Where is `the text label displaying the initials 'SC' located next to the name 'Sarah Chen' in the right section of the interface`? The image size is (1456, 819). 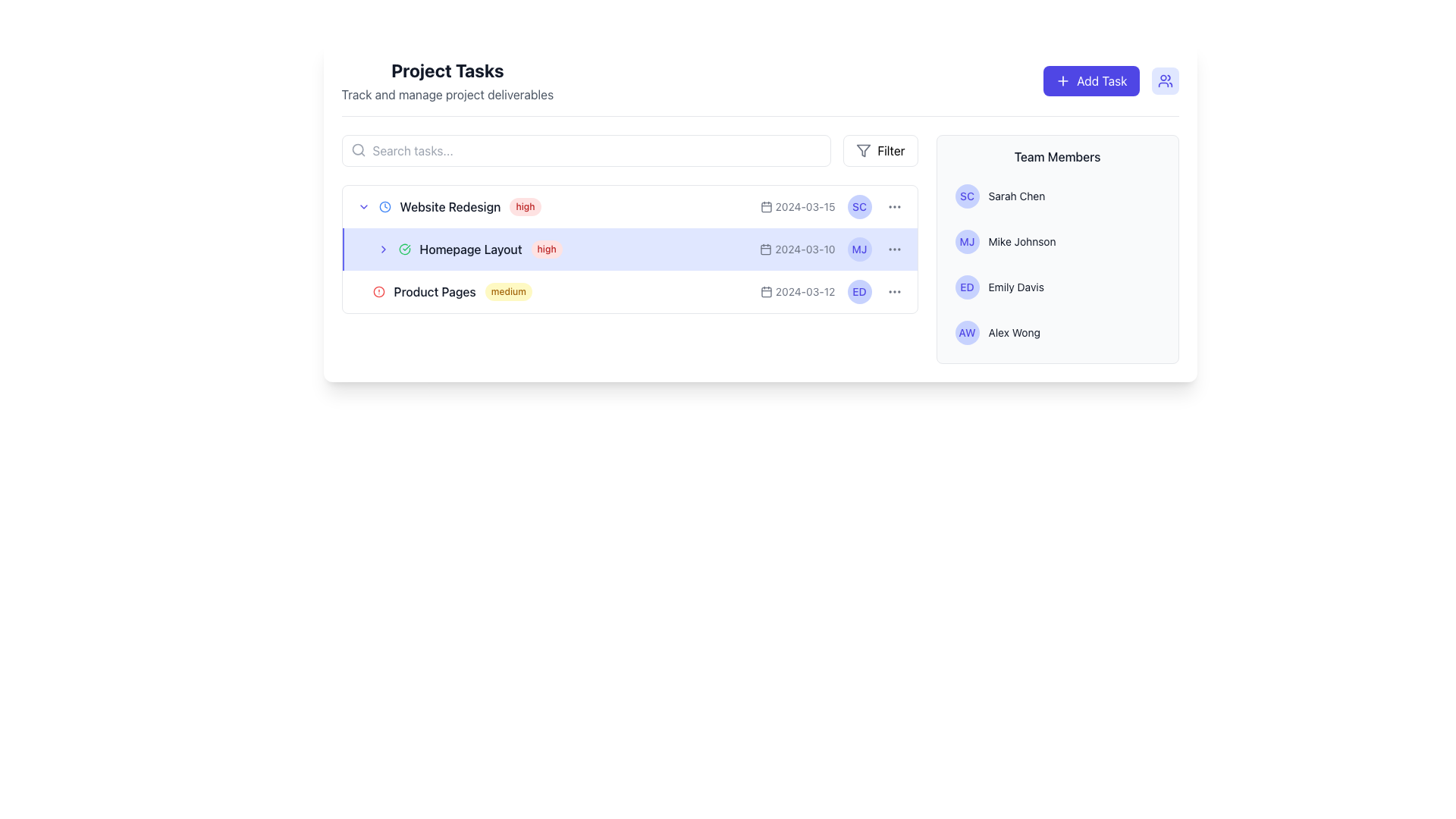 the text label displaying the initials 'SC' located next to the name 'Sarah Chen' in the right section of the interface is located at coordinates (859, 207).